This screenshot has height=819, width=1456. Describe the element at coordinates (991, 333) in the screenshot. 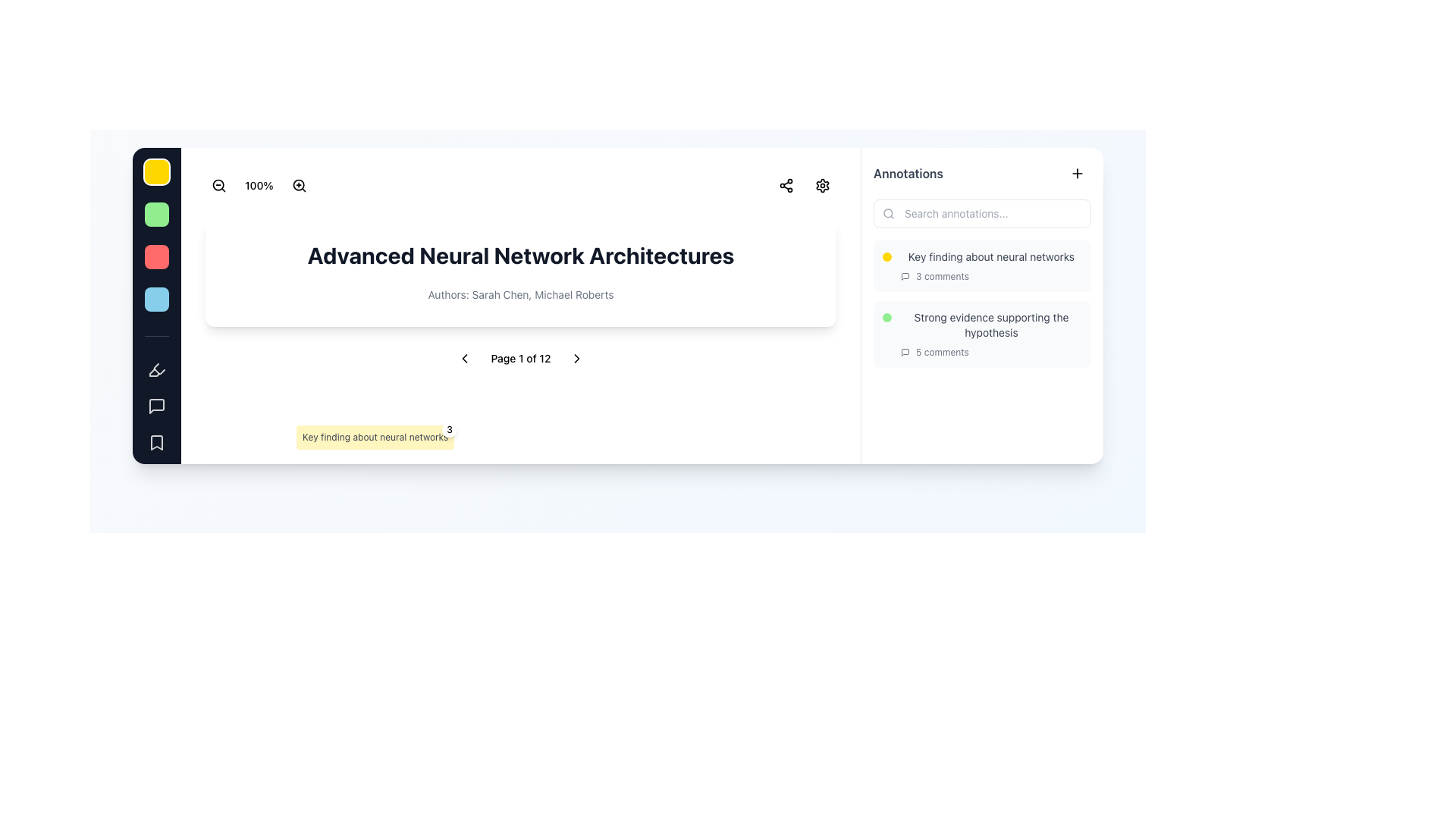

I see `the second annotation list item titled 'Strong evidence supporting the hypothesis'` at that location.